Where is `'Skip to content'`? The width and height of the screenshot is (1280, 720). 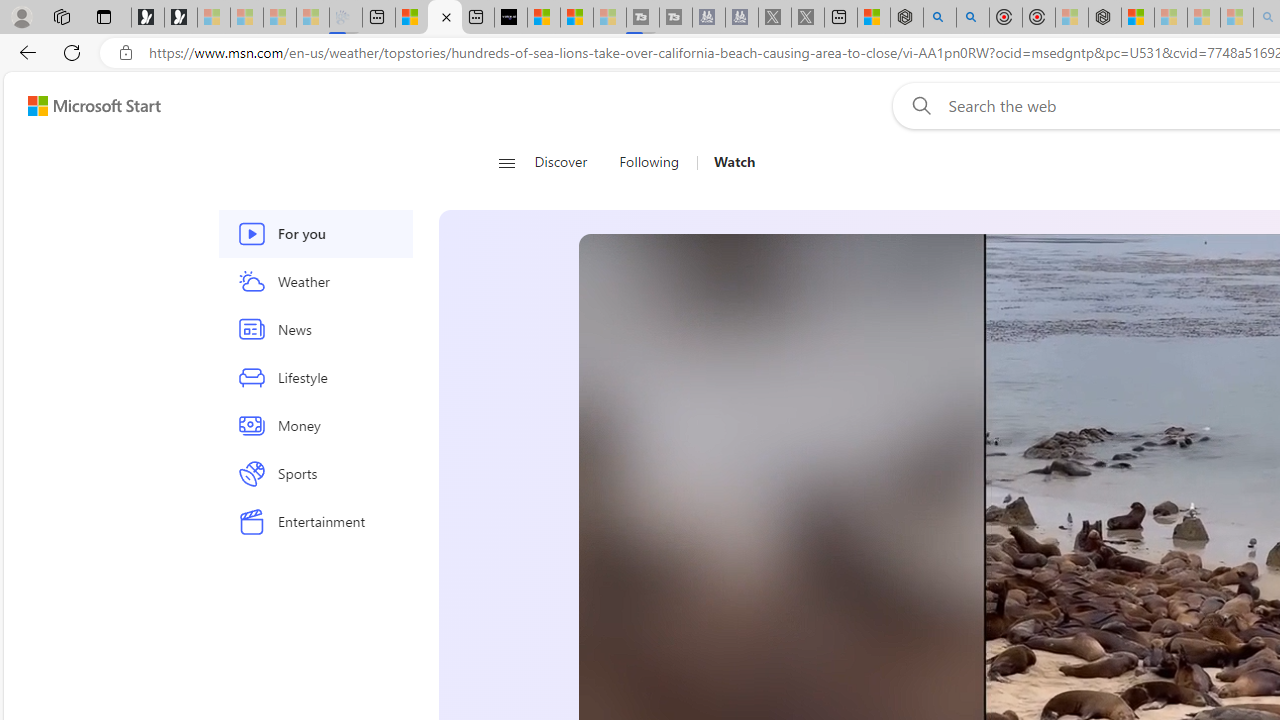 'Skip to content' is located at coordinates (86, 105).